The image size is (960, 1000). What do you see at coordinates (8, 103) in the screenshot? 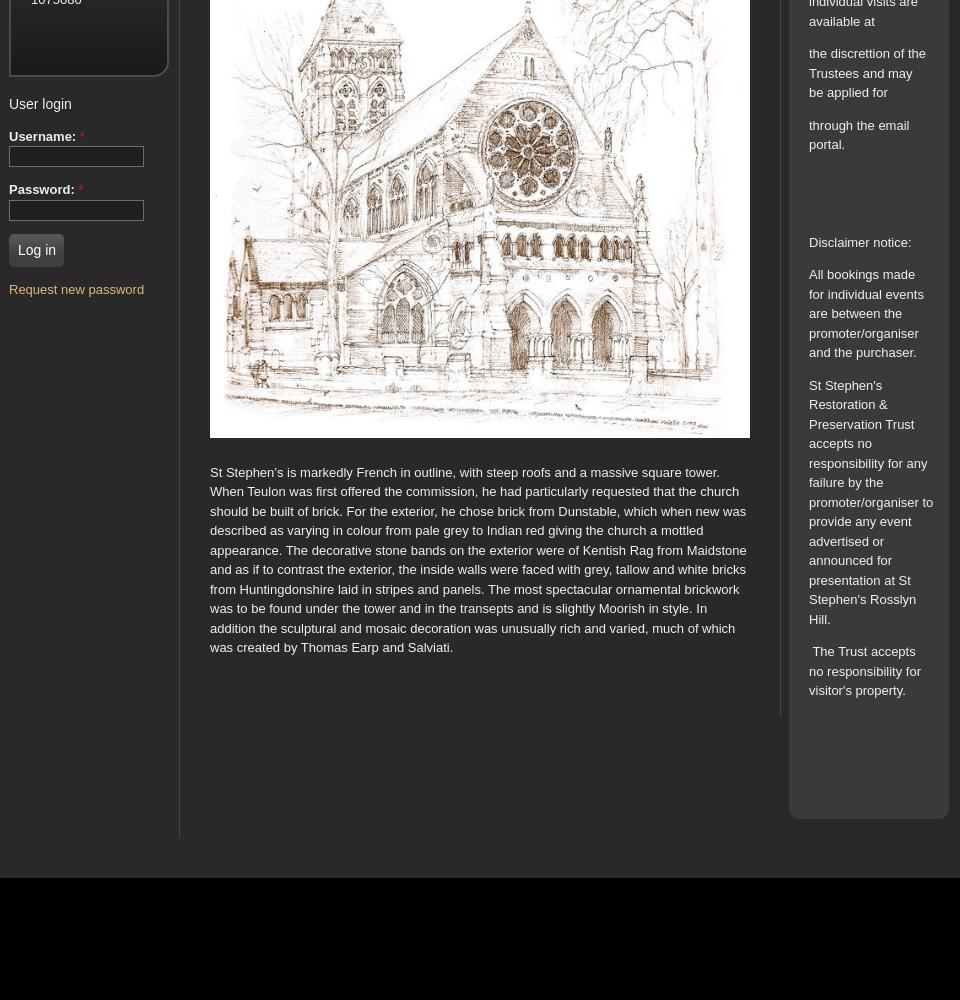
I see `'User login'` at bounding box center [8, 103].